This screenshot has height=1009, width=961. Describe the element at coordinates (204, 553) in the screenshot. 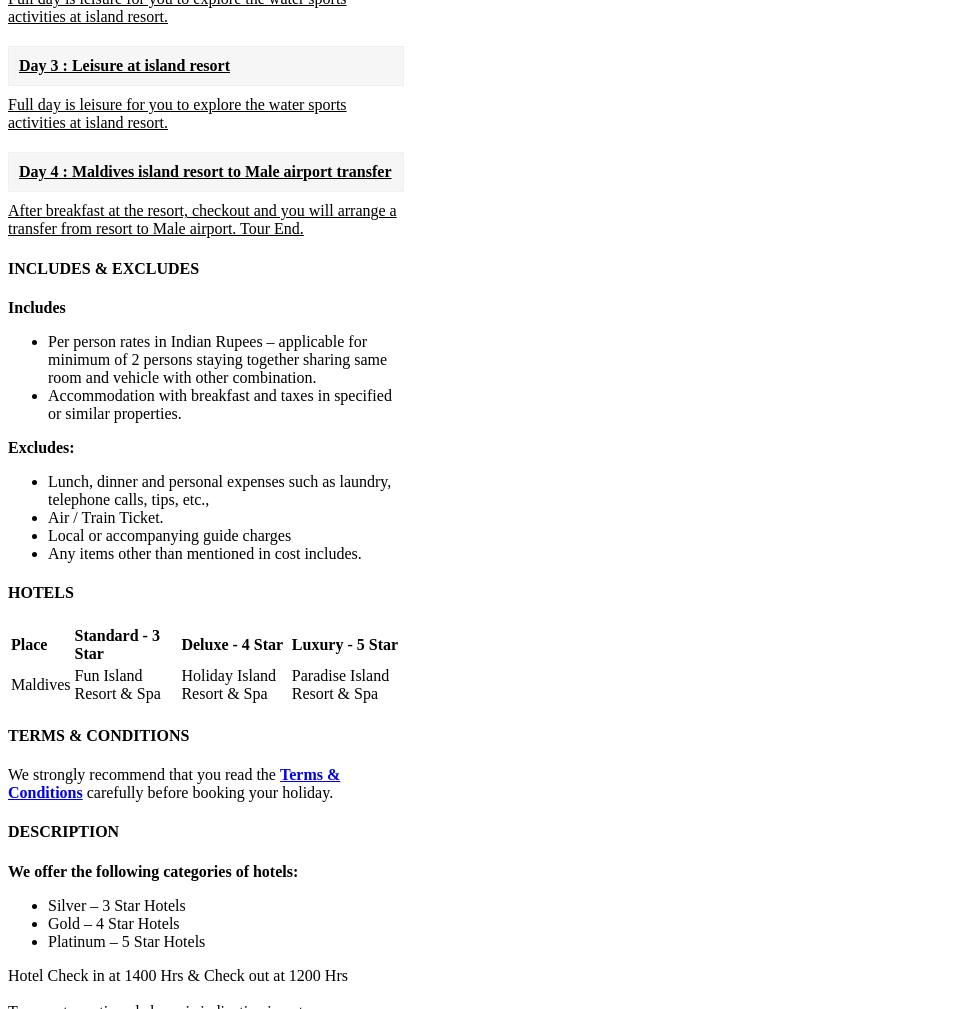

I see `'Any items other than mentioned in cost includes.'` at that location.